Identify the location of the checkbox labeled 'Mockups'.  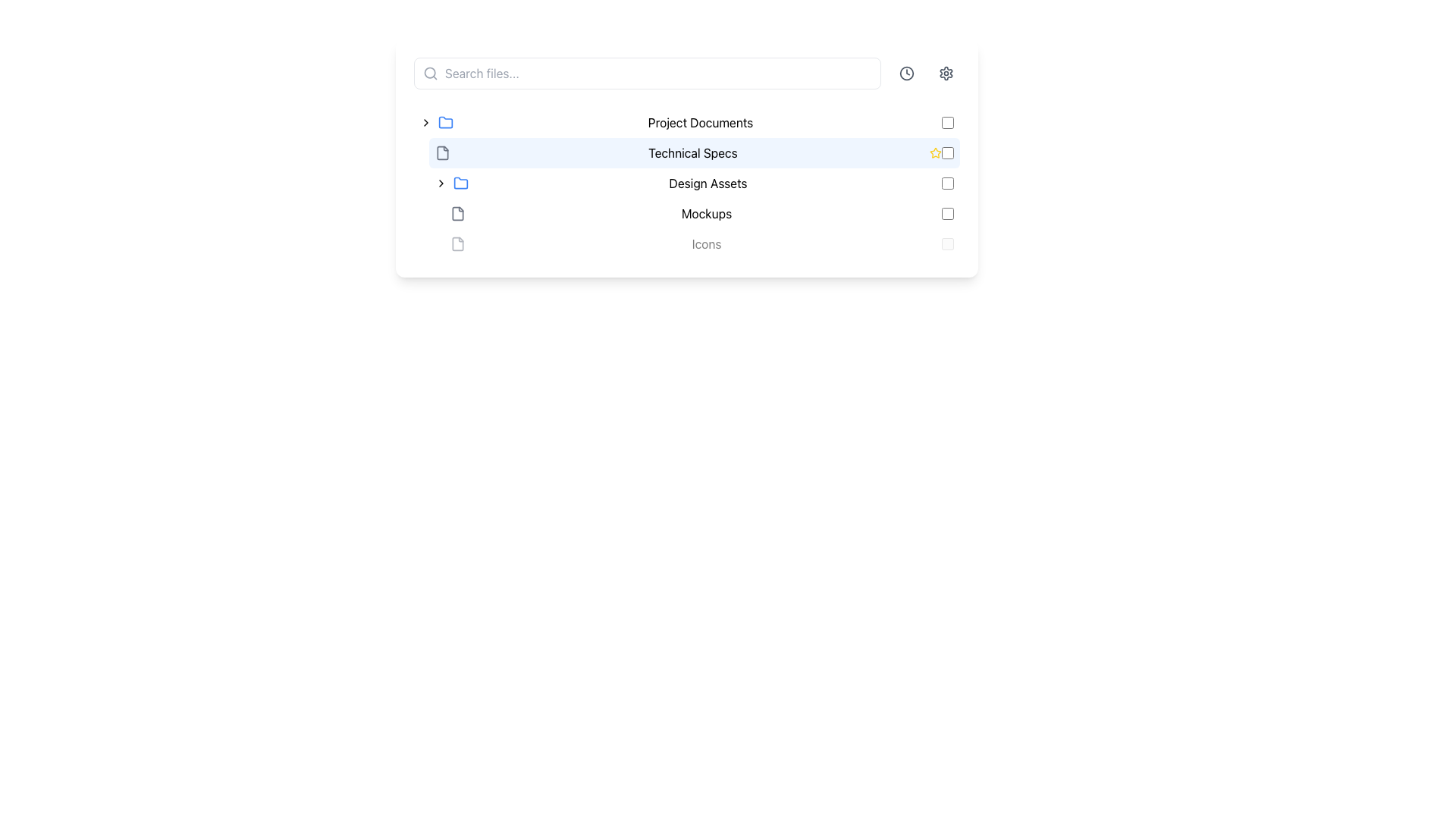
(946, 213).